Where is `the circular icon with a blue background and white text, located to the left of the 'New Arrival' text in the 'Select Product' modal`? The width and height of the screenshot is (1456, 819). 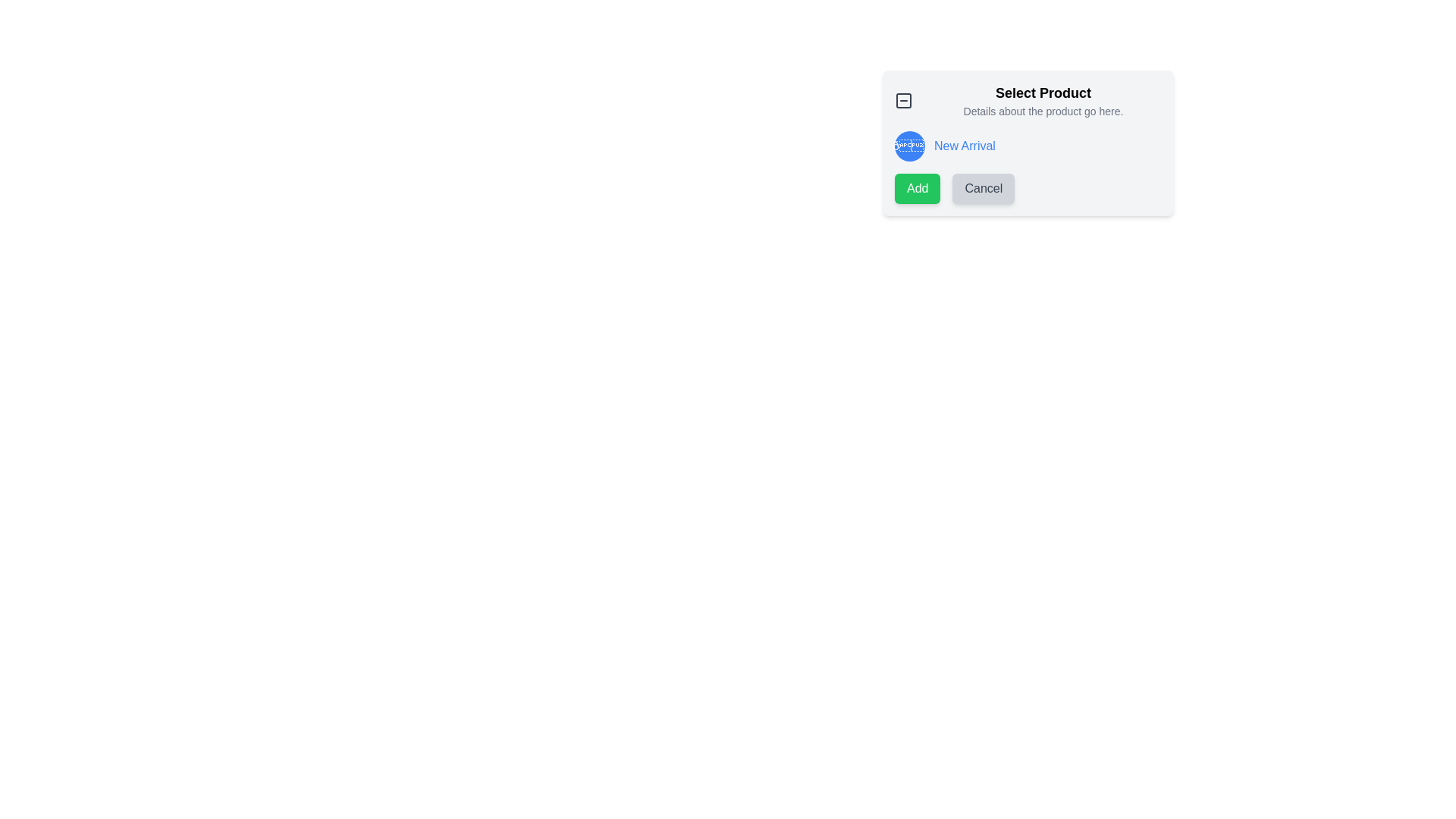
the circular icon with a blue background and white text, located to the left of the 'New Arrival' text in the 'Select Product' modal is located at coordinates (910, 146).